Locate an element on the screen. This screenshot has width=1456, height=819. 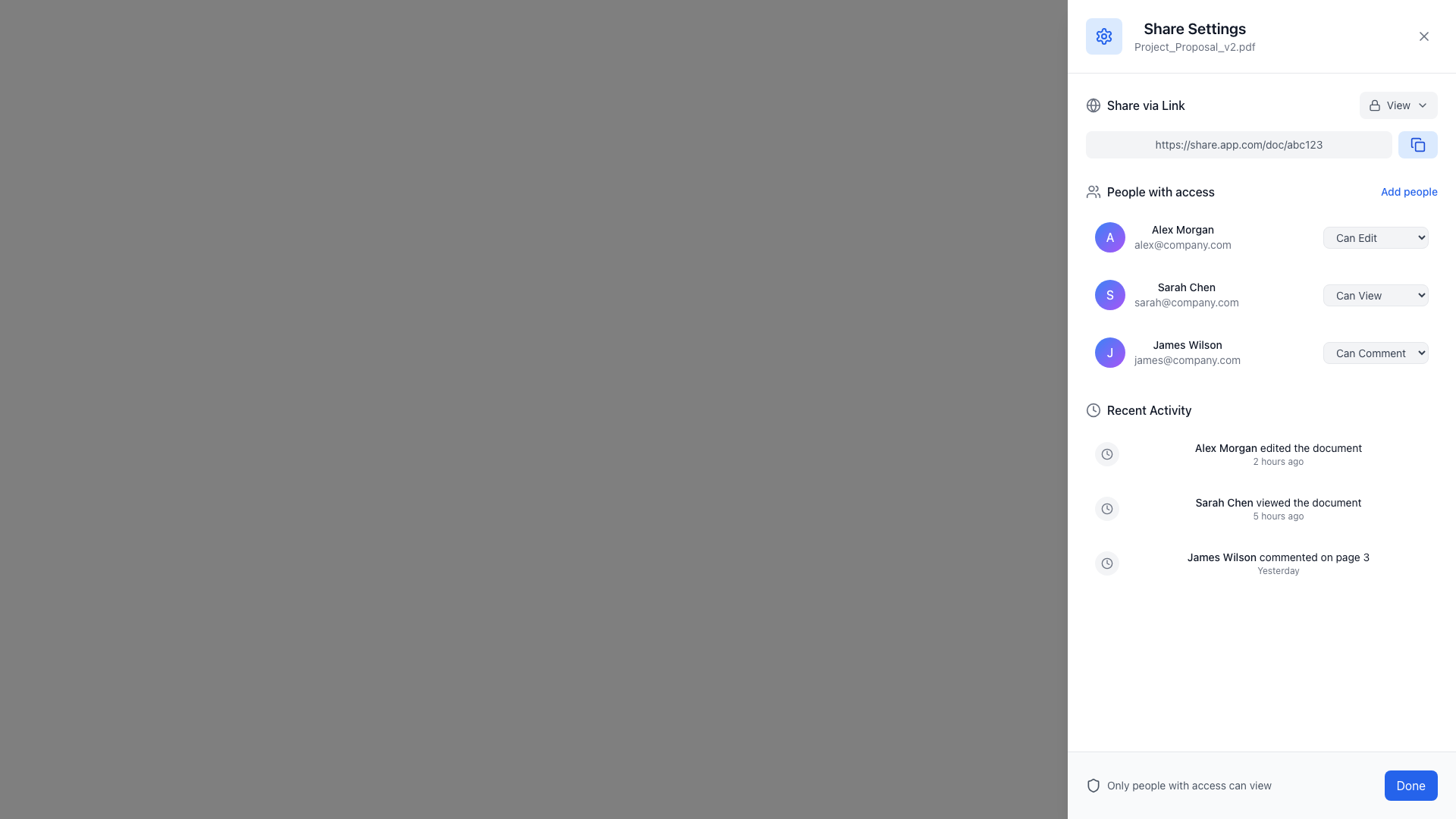
the third user information entry in the 'People with access' section is located at coordinates (1262, 353).